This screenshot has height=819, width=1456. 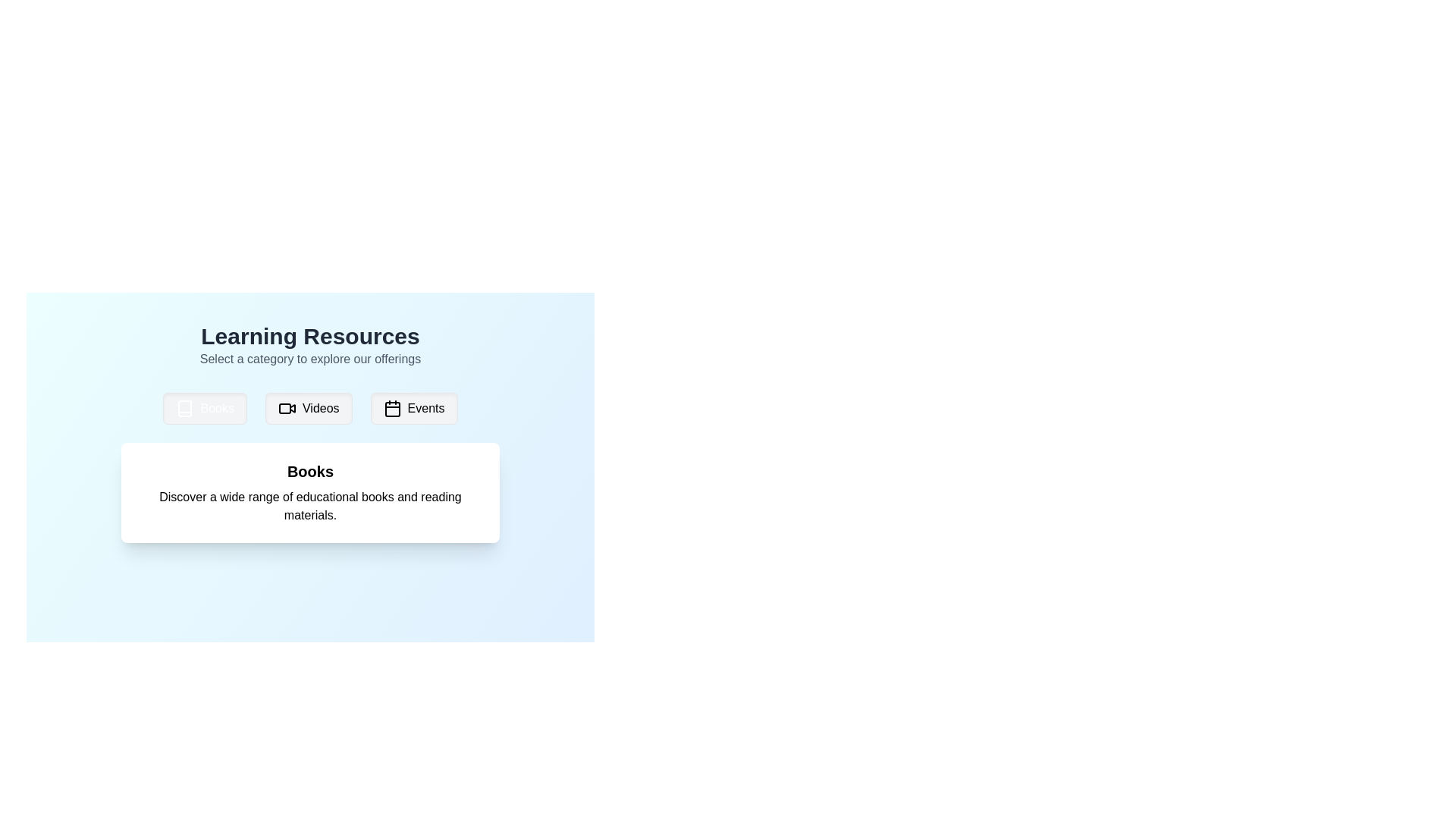 What do you see at coordinates (309, 408) in the screenshot?
I see `the middle button below the 'Learning Resources' section` at bounding box center [309, 408].